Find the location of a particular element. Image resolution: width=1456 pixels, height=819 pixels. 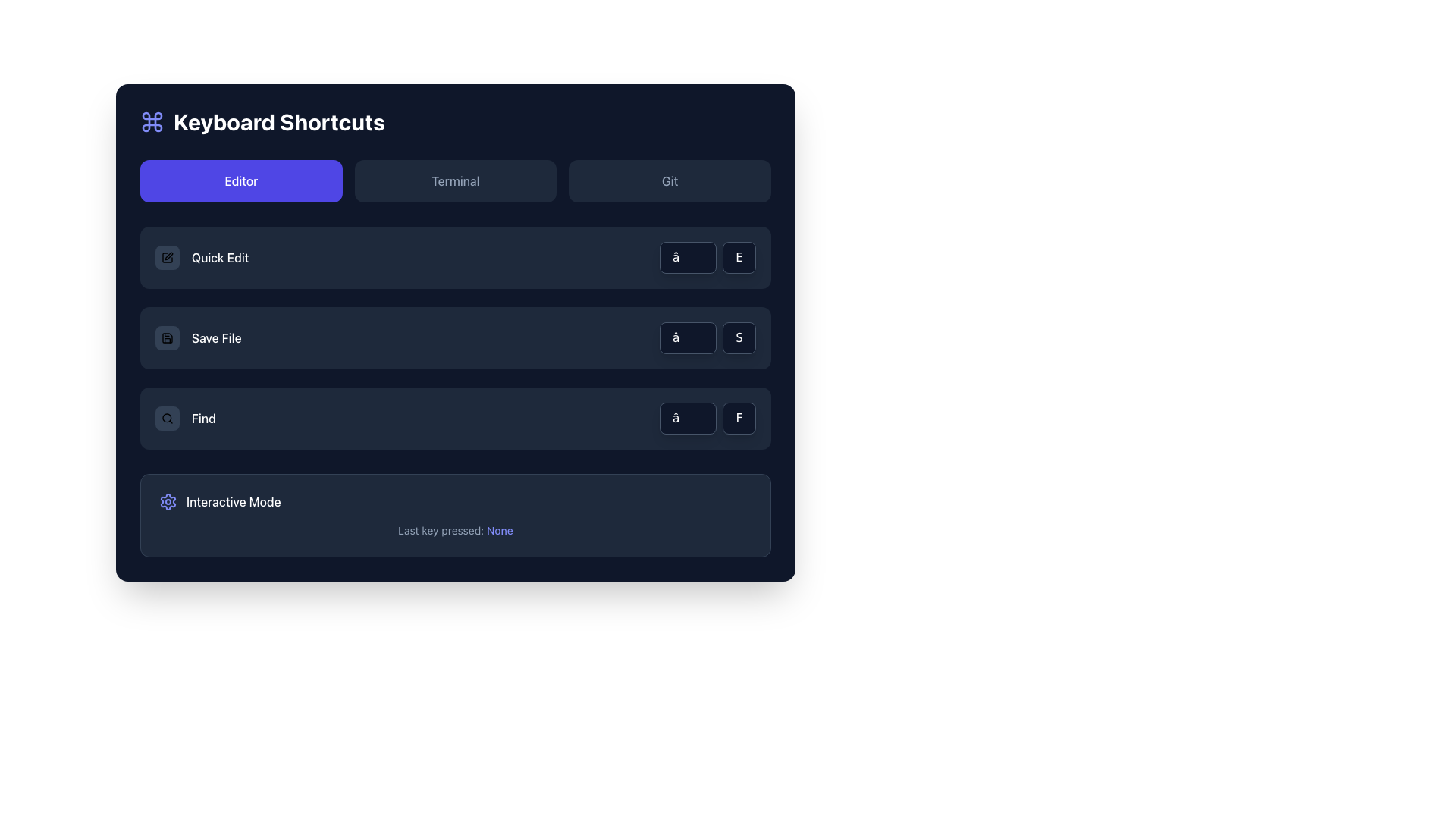

the second button in the 'Keyboard Shortcuts' section, which triggers the 'Save File' action is located at coordinates (454, 337).